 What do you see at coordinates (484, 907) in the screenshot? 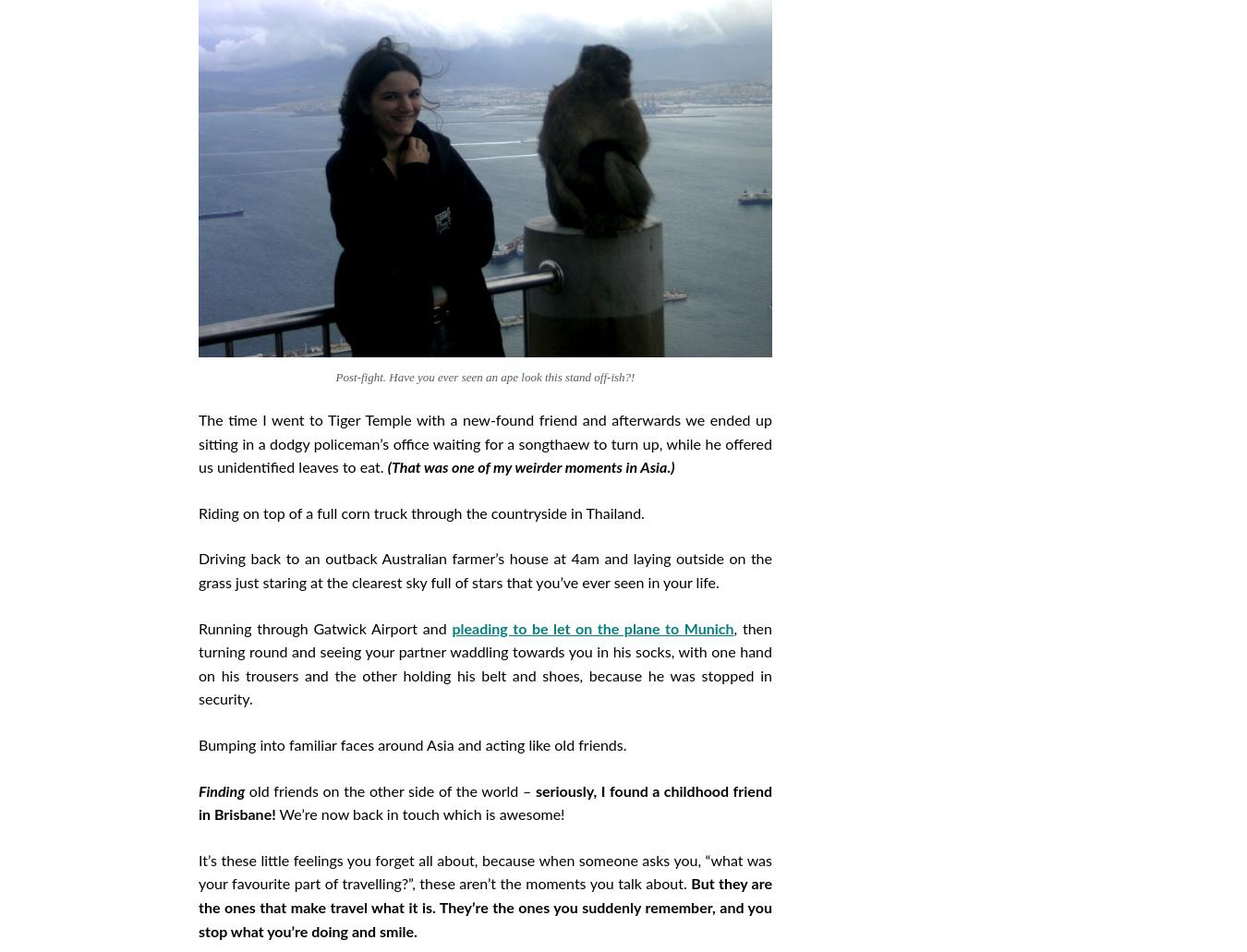
I see `'But they are the ones that make travel what it is. They’re the ones you suddenly remember, and you stop what you’re doing and smile.'` at bounding box center [484, 907].